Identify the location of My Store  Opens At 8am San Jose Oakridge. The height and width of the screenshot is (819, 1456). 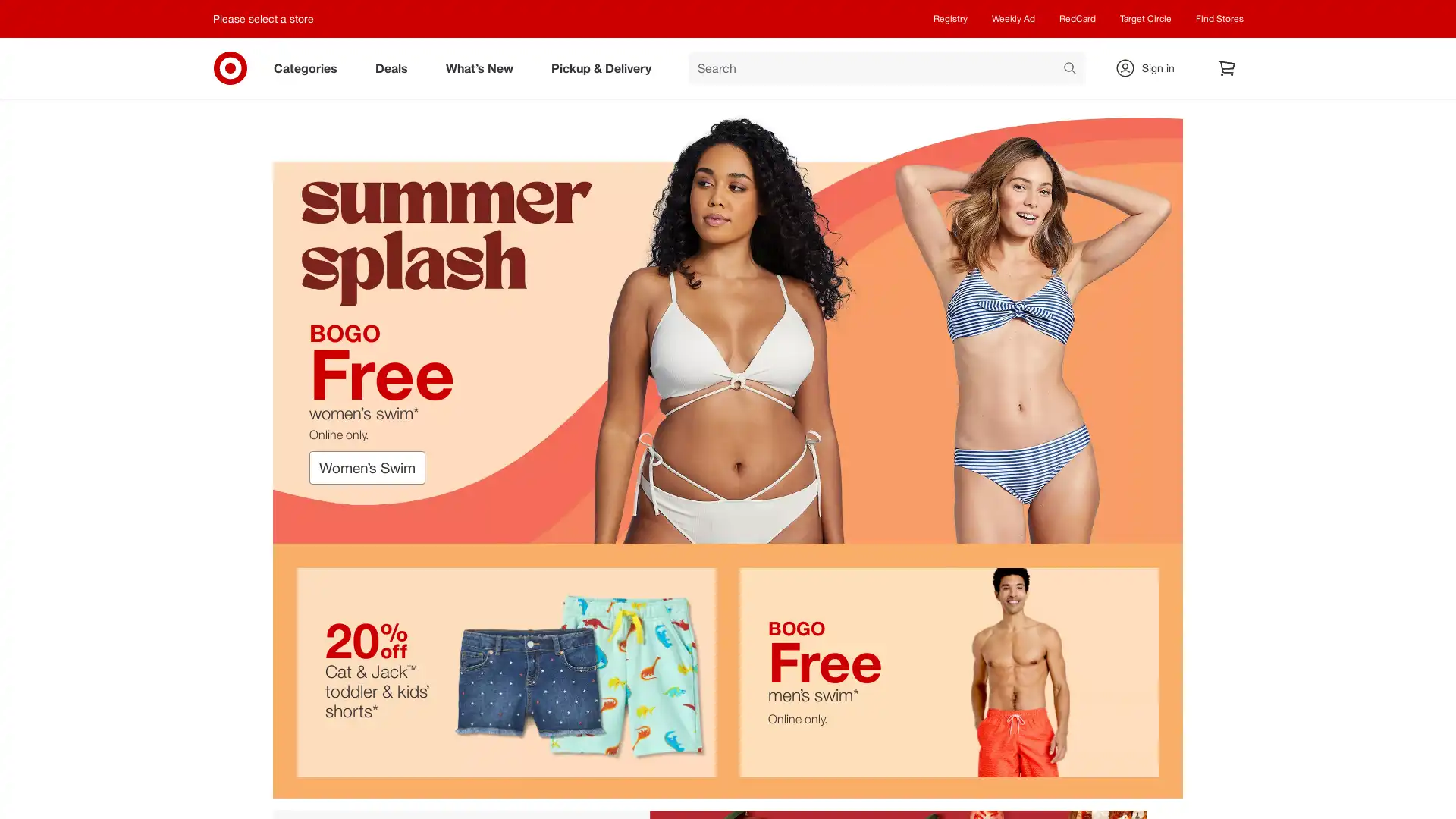
(268, 18).